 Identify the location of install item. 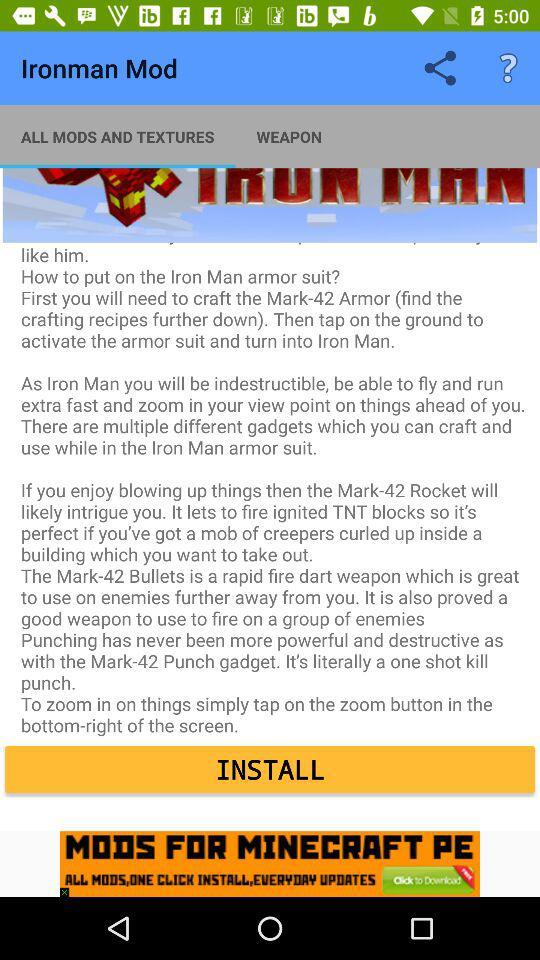
(270, 768).